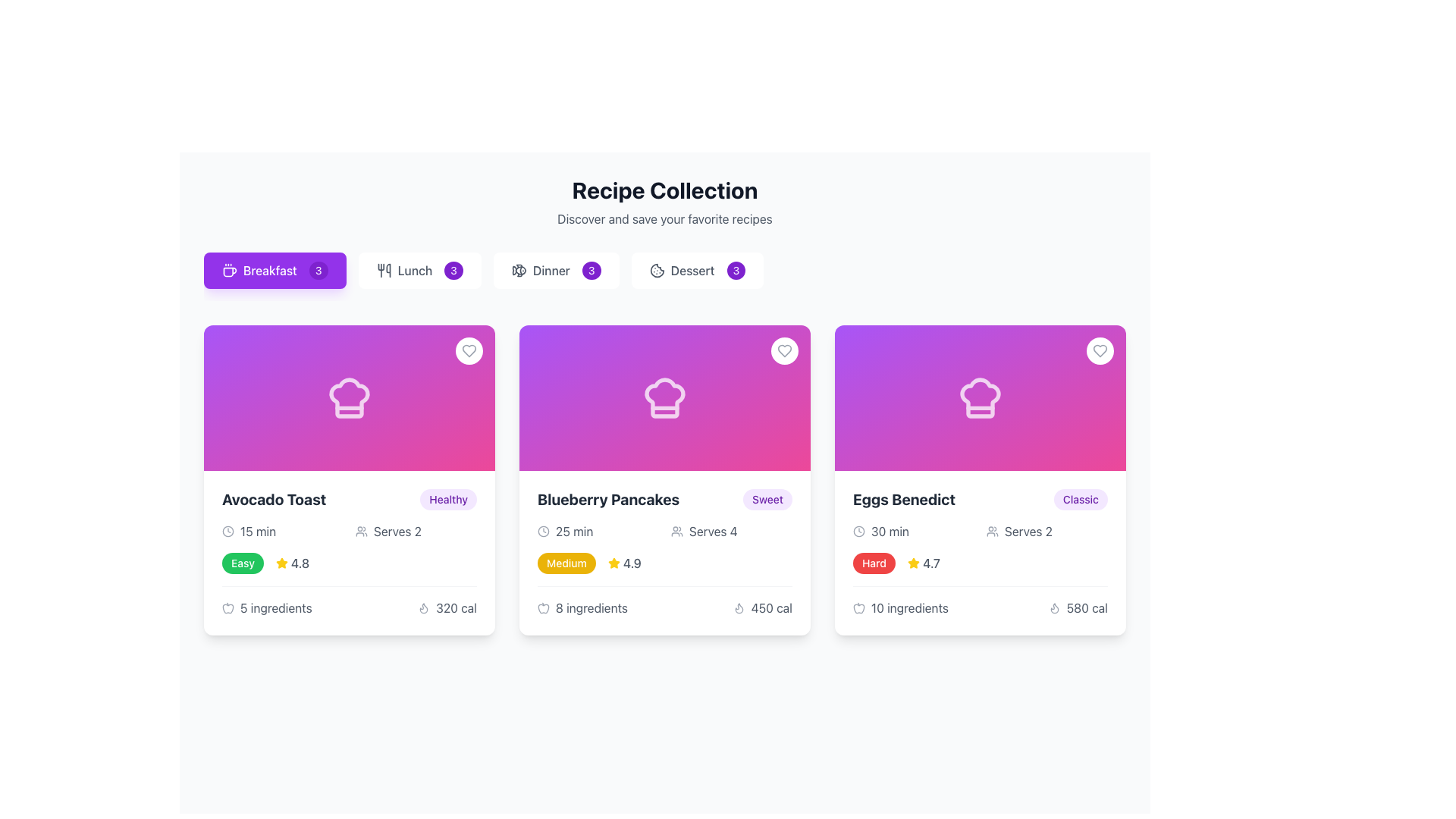 The image size is (1456, 819). What do you see at coordinates (980, 531) in the screenshot?
I see `the informational UI component icons for '30 min' and 'Serves 2' in the 'Eggs Benedict' card` at bounding box center [980, 531].